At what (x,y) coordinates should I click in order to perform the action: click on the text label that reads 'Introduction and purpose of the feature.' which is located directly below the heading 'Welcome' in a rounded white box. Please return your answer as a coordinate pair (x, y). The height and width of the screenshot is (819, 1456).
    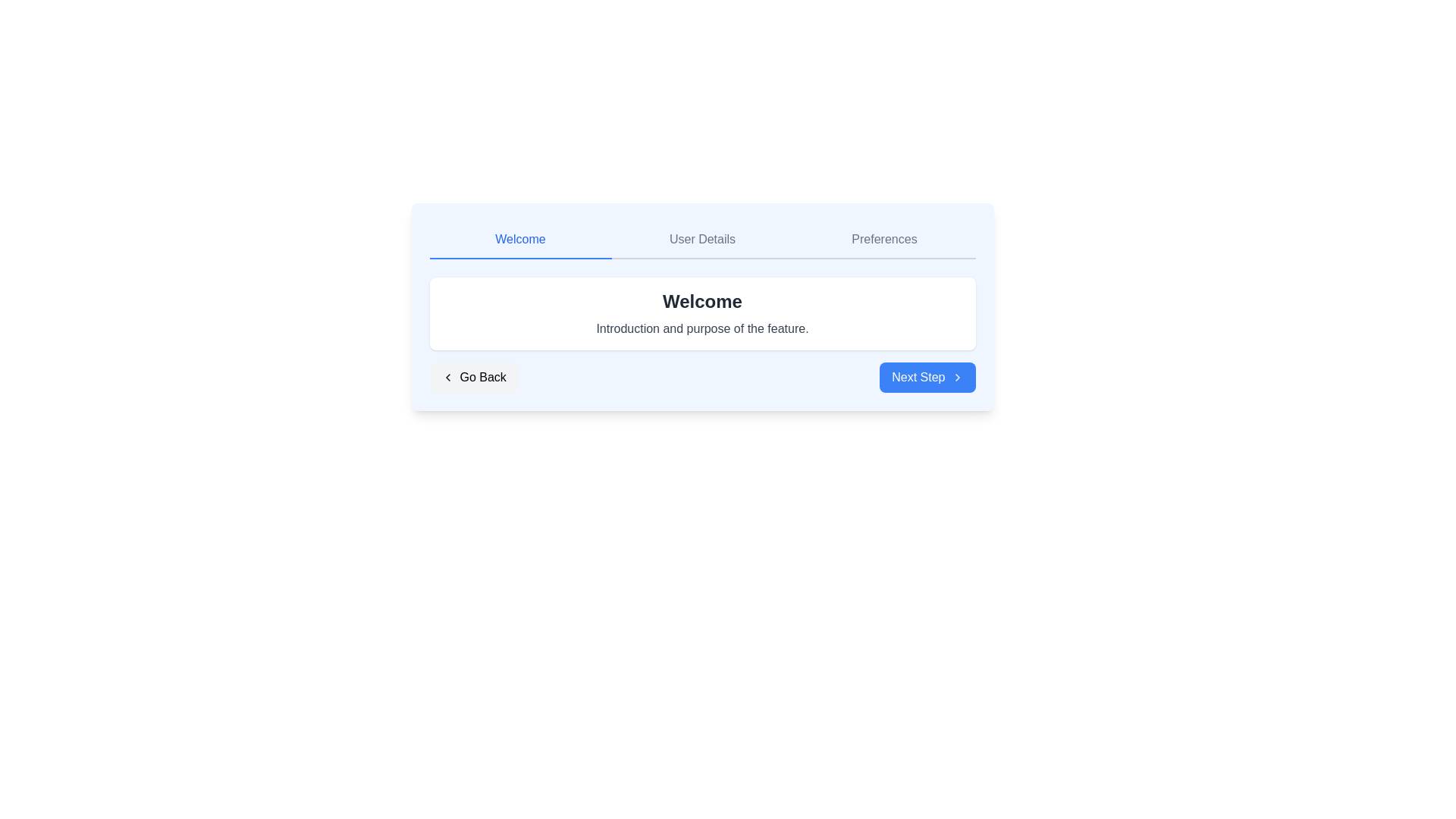
    Looking at the image, I should click on (701, 328).